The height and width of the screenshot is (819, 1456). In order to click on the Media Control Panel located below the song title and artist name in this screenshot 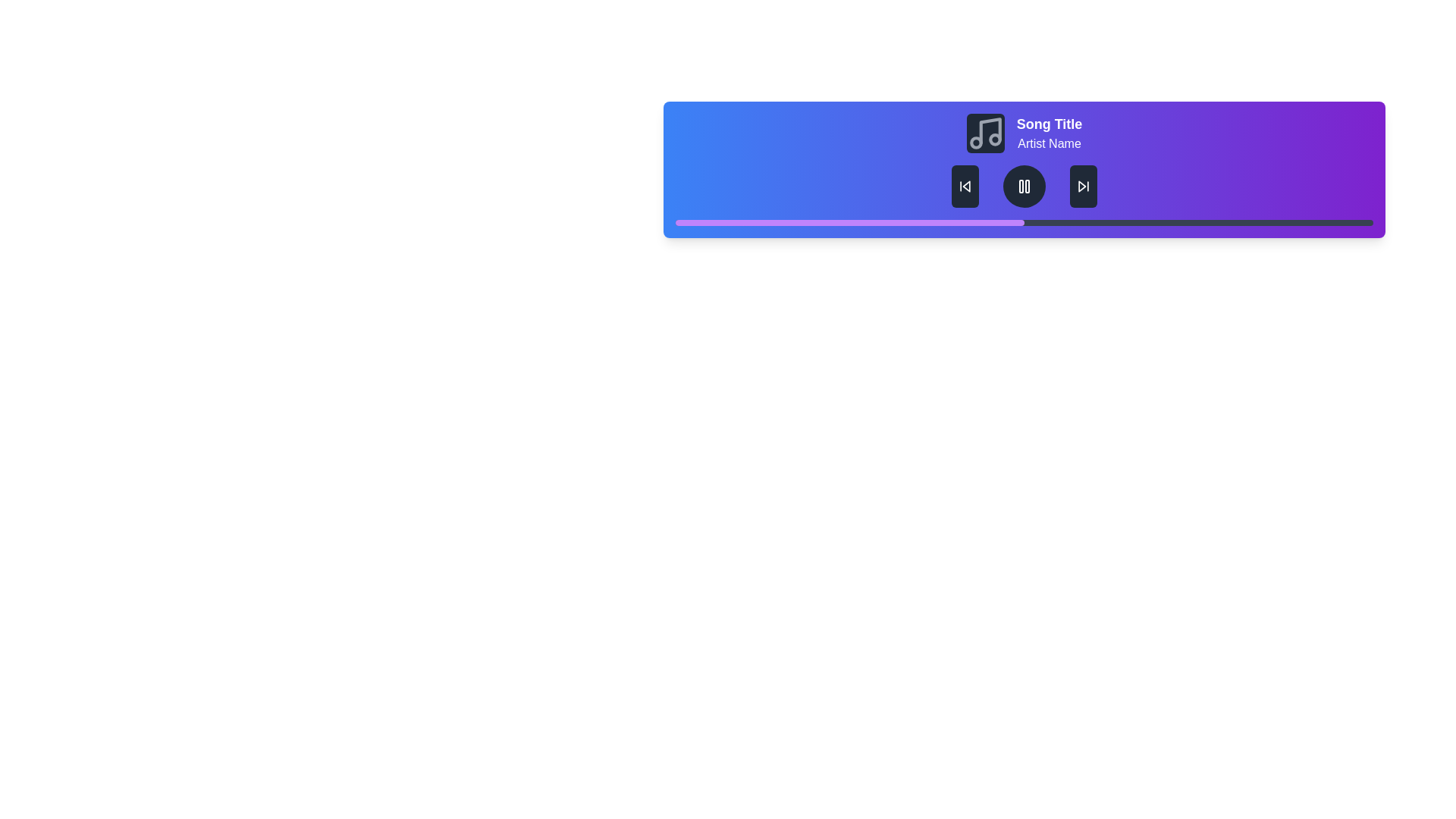, I will do `click(1024, 186)`.